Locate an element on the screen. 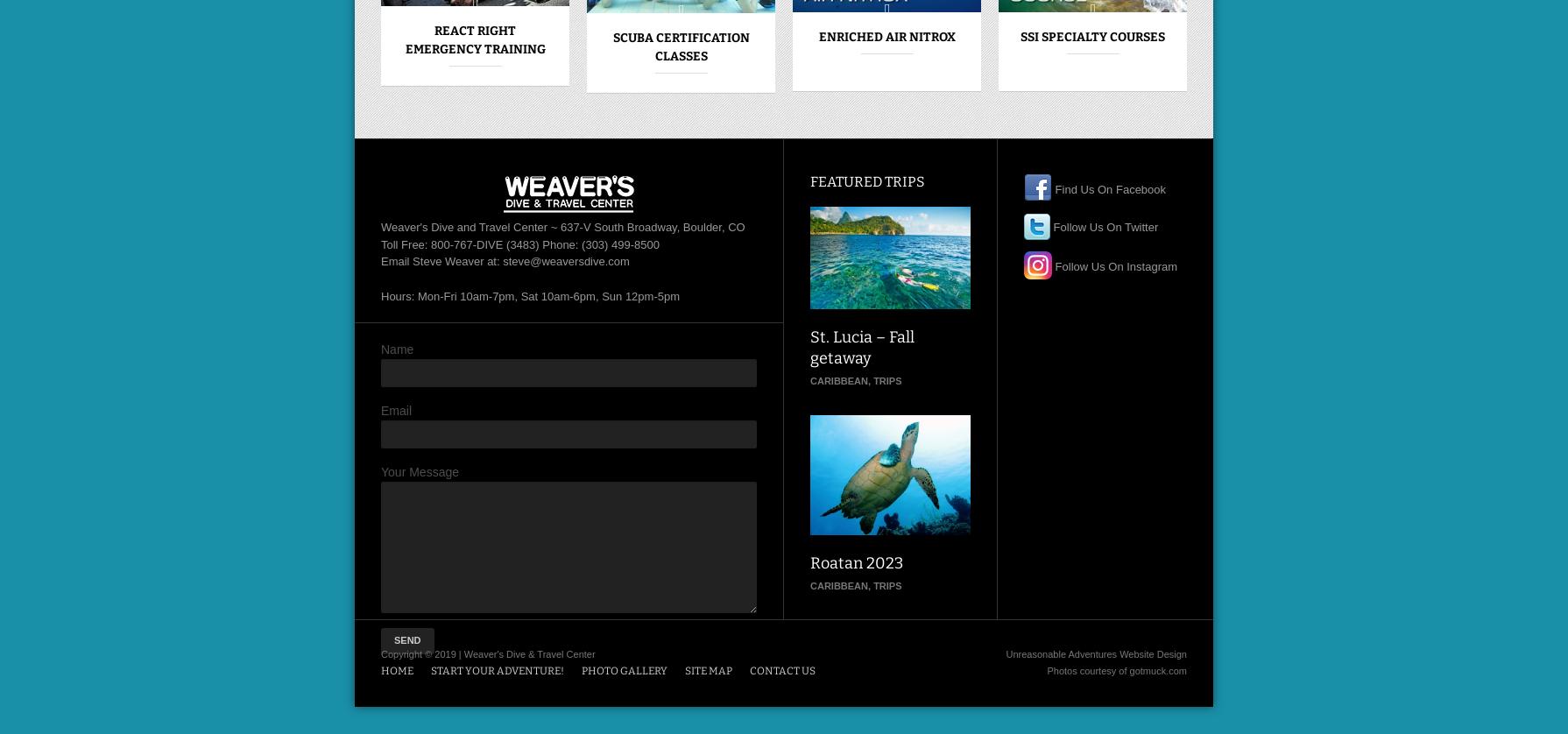  'Divemaster' is located at coordinates (1297, 37).